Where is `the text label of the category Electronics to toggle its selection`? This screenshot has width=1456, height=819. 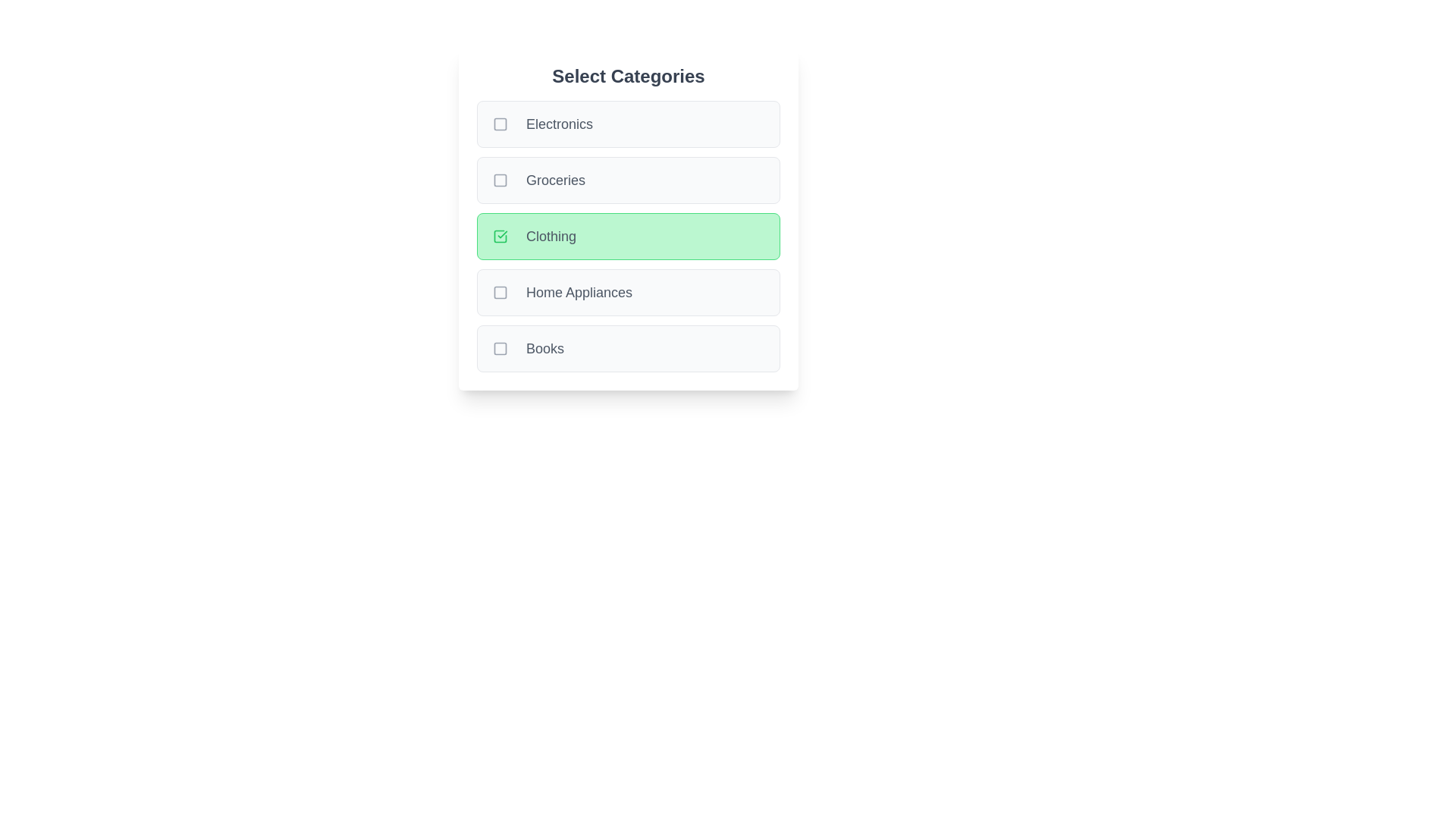 the text label of the category Electronics to toggle its selection is located at coordinates (559, 124).